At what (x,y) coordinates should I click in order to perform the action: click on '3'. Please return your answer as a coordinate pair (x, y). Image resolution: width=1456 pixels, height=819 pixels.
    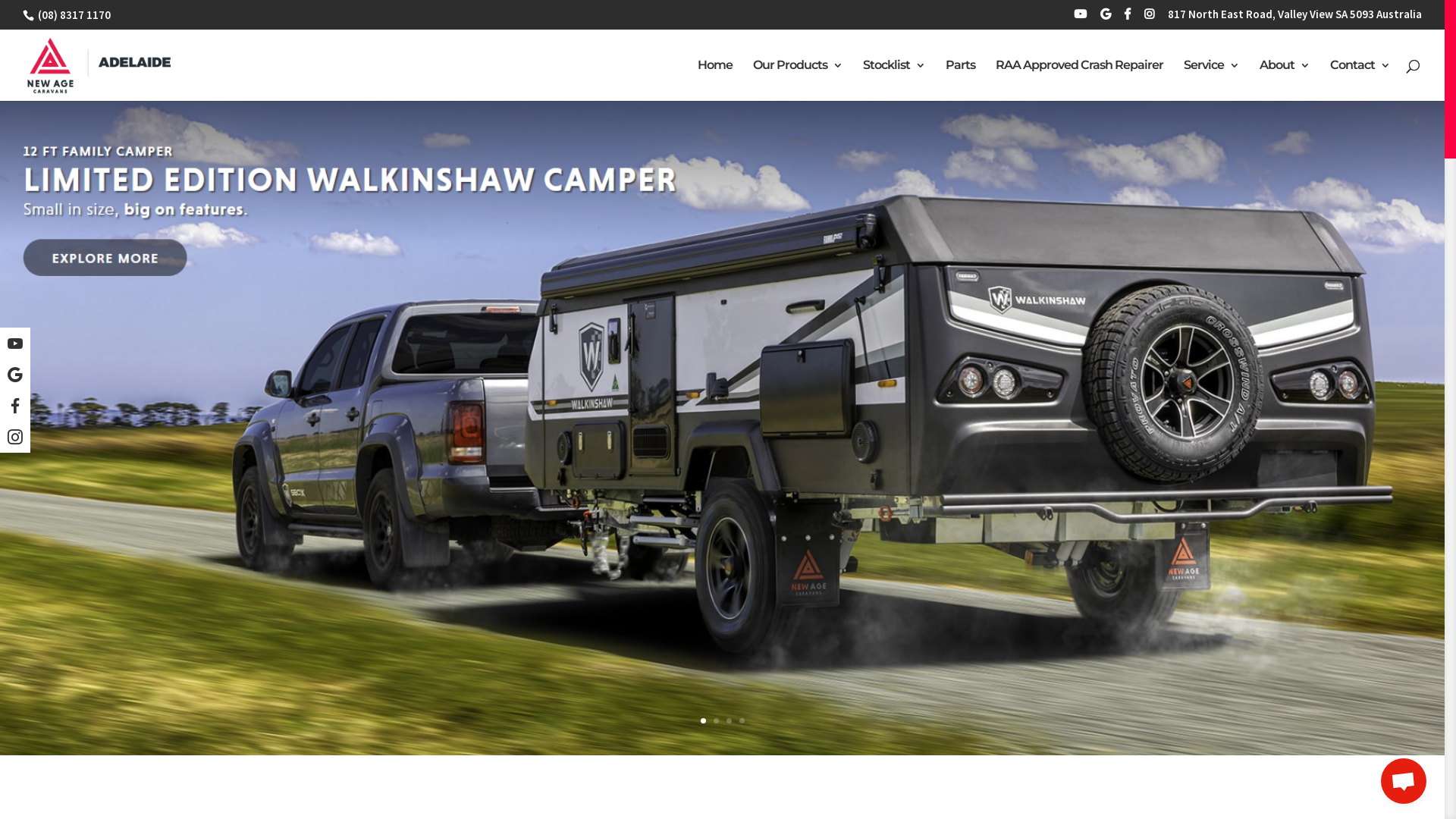
    Looking at the image, I should click on (726, 720).